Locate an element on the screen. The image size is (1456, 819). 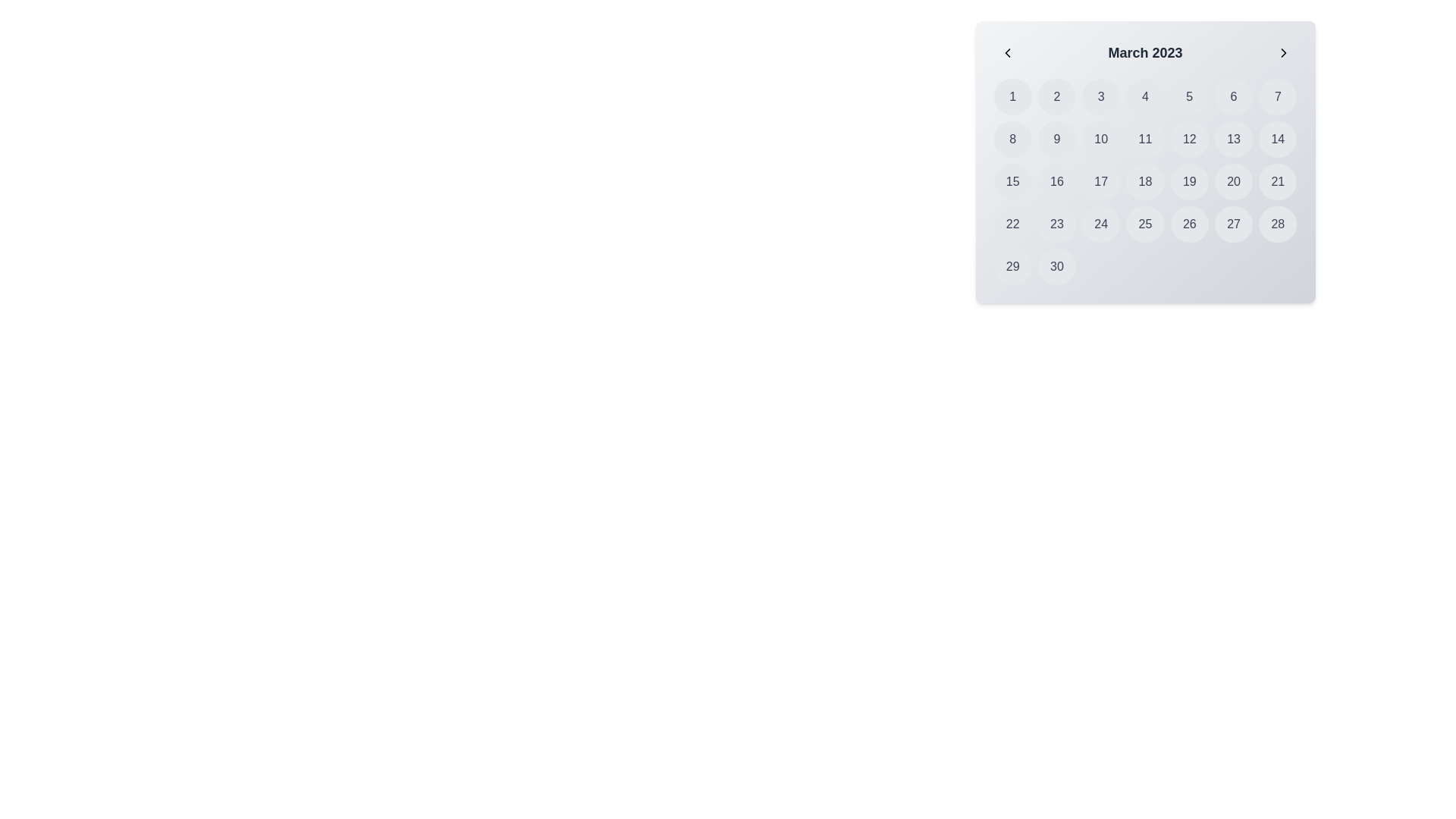
the button representing the day '19' in the calendar interface is located at coordinates (1188, 180).